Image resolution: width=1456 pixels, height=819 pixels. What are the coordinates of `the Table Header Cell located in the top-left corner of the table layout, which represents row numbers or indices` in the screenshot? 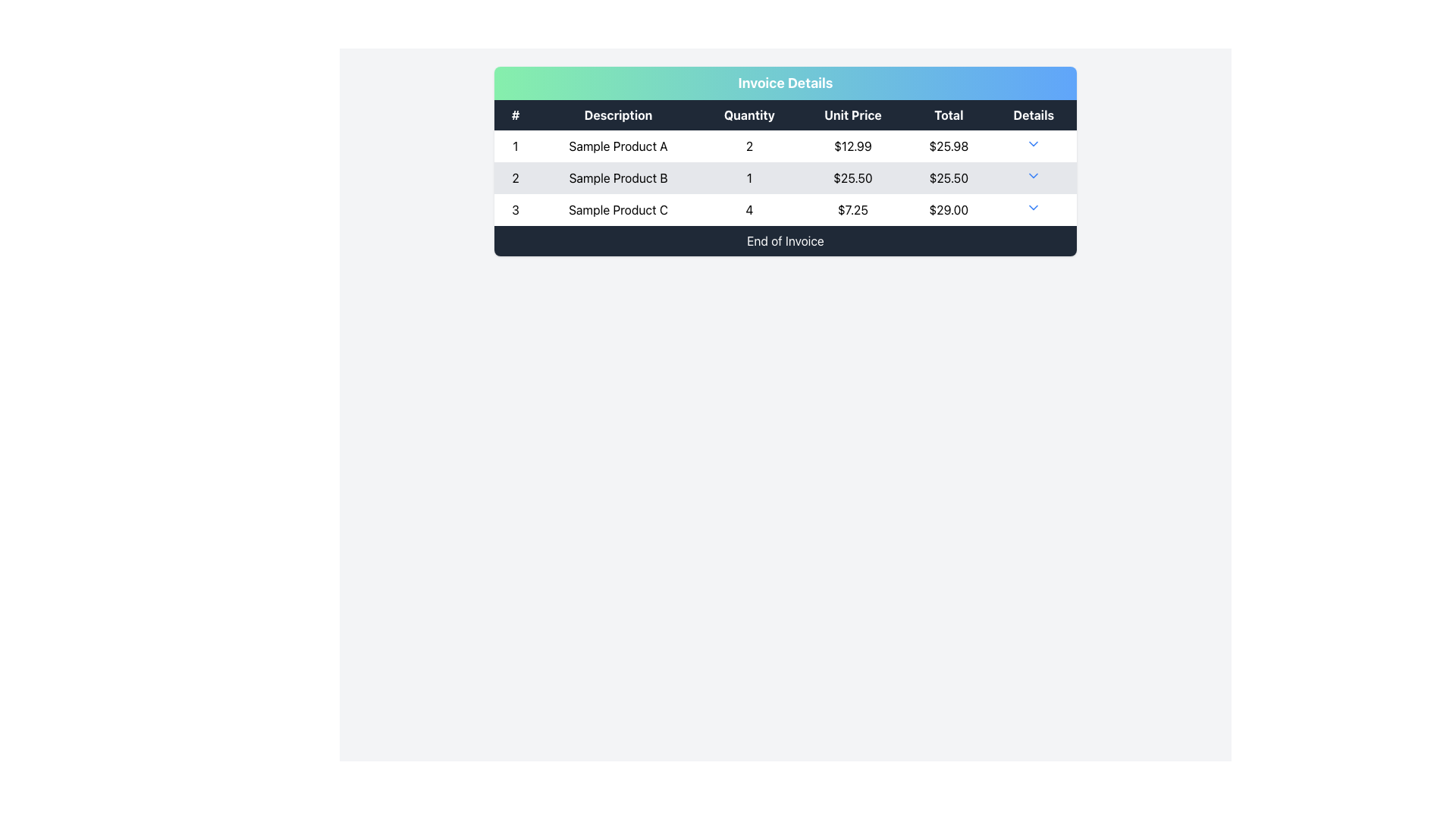 It's located at (516, 114).